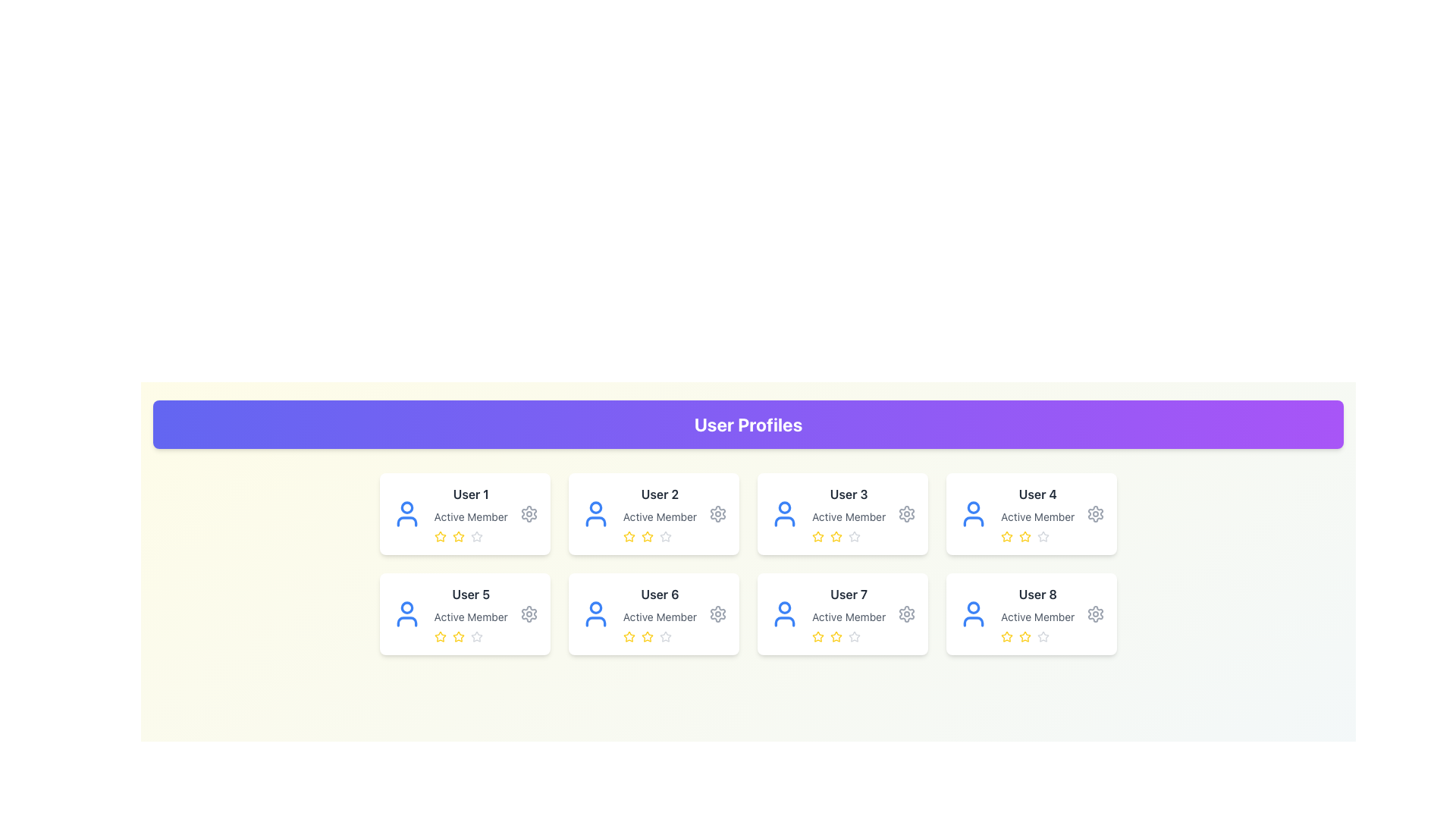 The width and height of the screenshot is (1456, 819). Describe the element at coordinates (974, 622) in the screenshot. I see `the lower segment (torso) of the SVG icon representing the user profile picture for 'User 8' in the profile card grid layout` at that location.